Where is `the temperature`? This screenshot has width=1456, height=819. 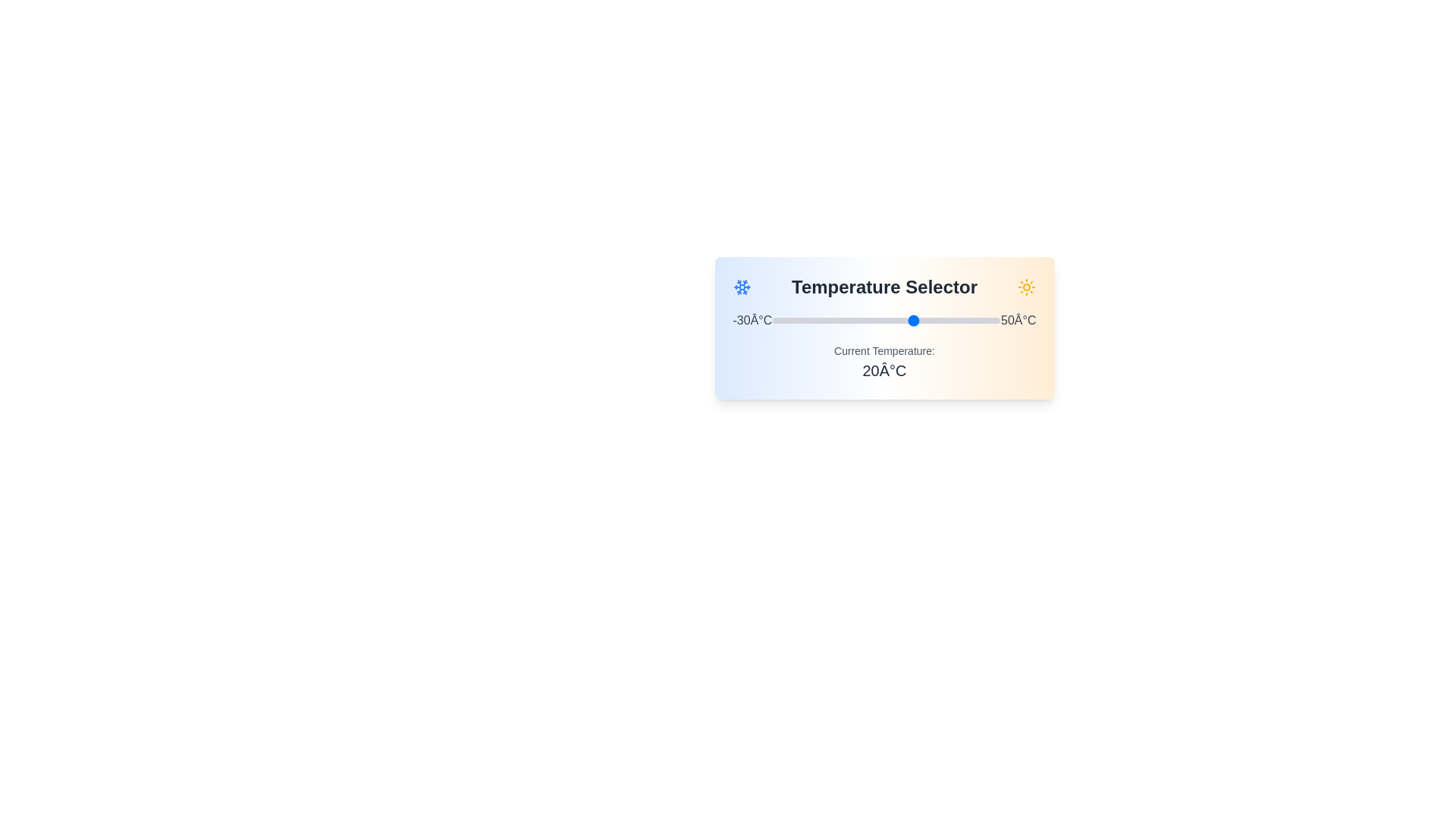 the temperature is located at coordinates (781, 320).